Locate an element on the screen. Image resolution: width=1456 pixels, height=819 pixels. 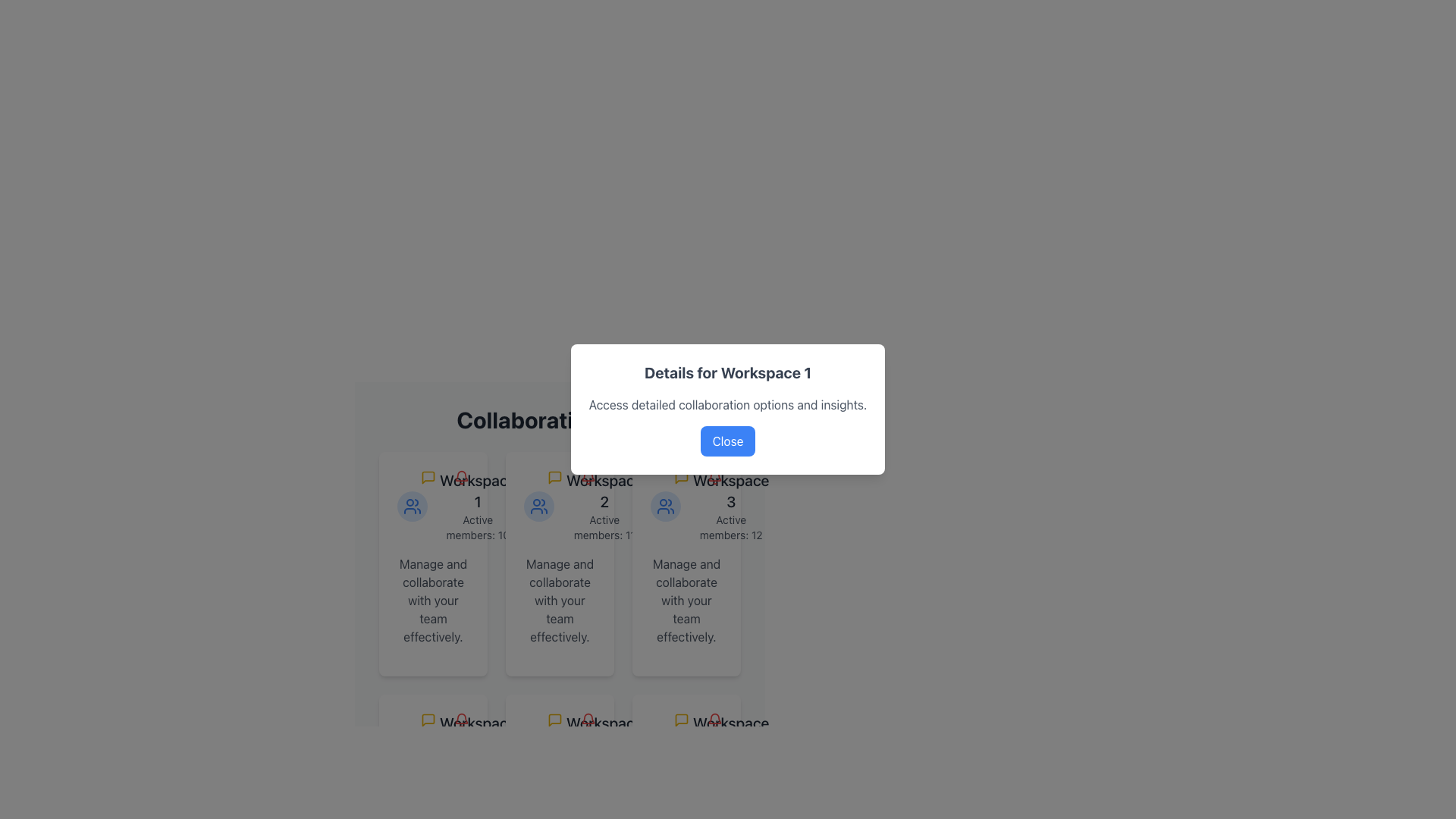
informational text element displaying 'Access detailed collaboration options and insights.' which is positioned below the header 'Details for Workspace 1' and above the 'Close' button is located at coordinates (728, 403).